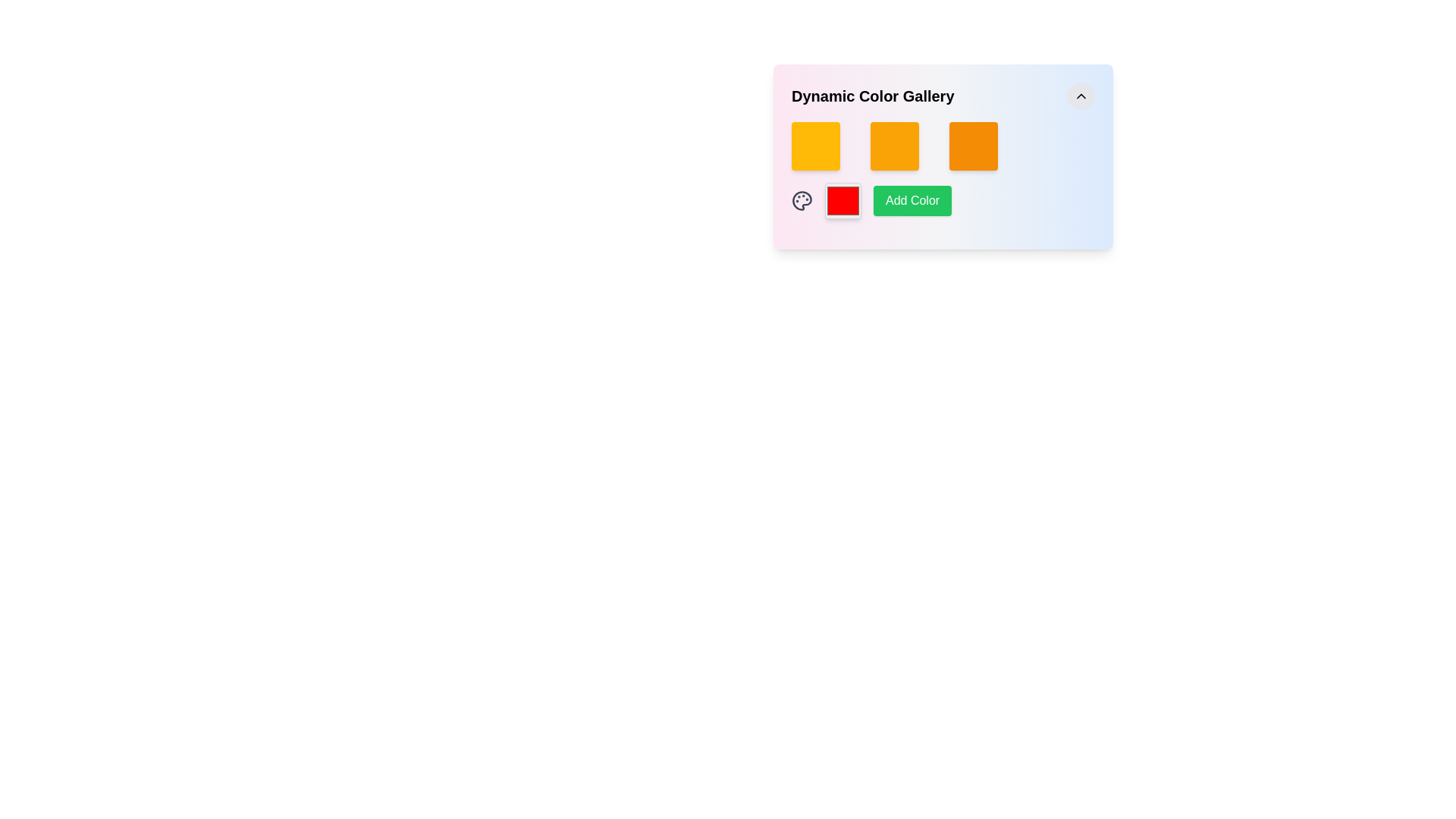 The image size is (1456, 819). Describe the element at coordinates (1080, 96) in the screenshot. I see `the upward-pointing chevron arrow icon within the circular button on the top-right corner of the 'Dynamic Color Gallery' card to observe potential visual feedback` at that location.